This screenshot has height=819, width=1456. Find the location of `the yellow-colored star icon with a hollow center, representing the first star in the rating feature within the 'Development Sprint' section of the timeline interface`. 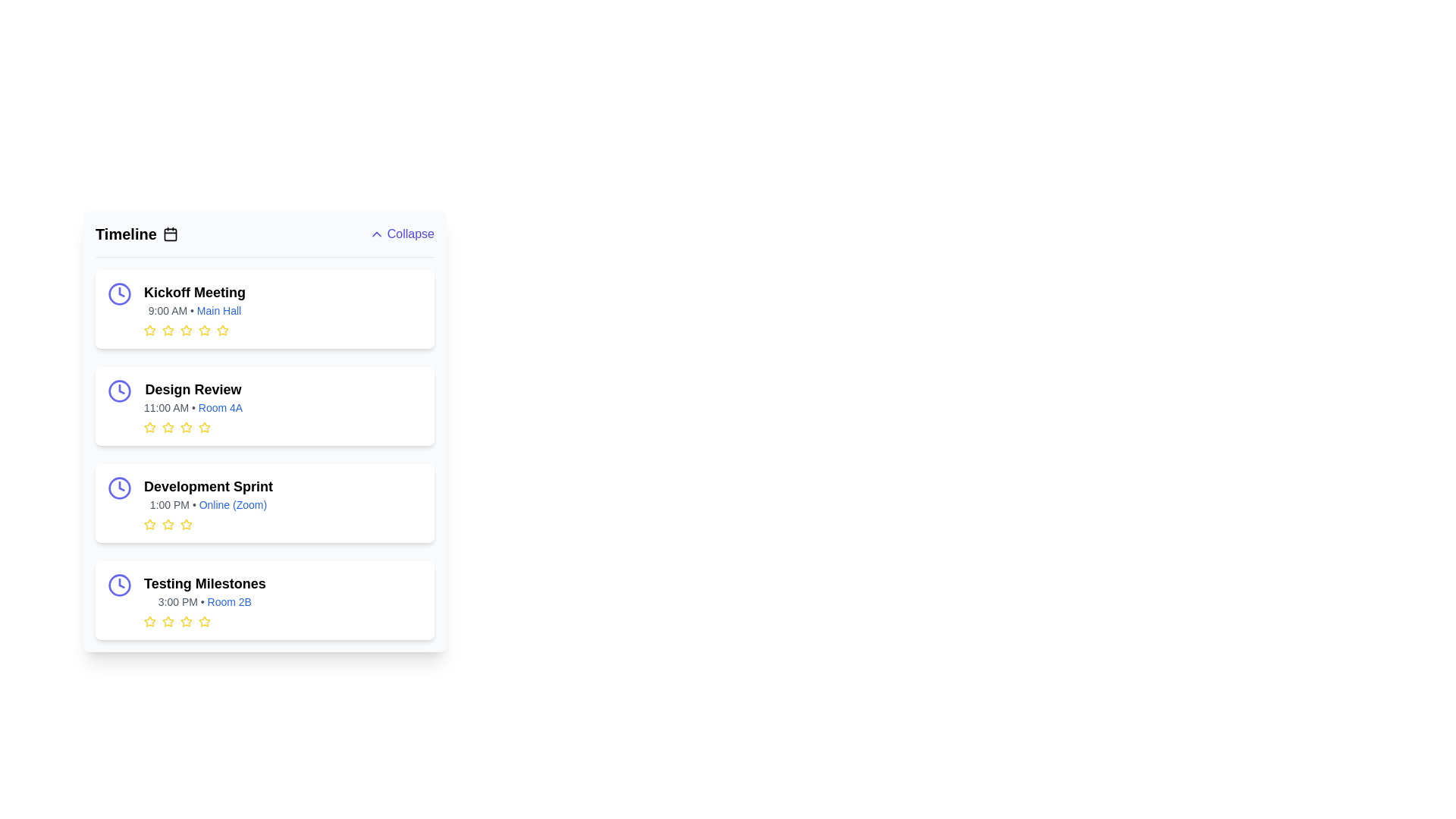

the yellow-colored star icon with a hollow center, representing the first star in the rating feature within the 'Development Sprint' section of the timeline interface is located at coordinates (149, 523).